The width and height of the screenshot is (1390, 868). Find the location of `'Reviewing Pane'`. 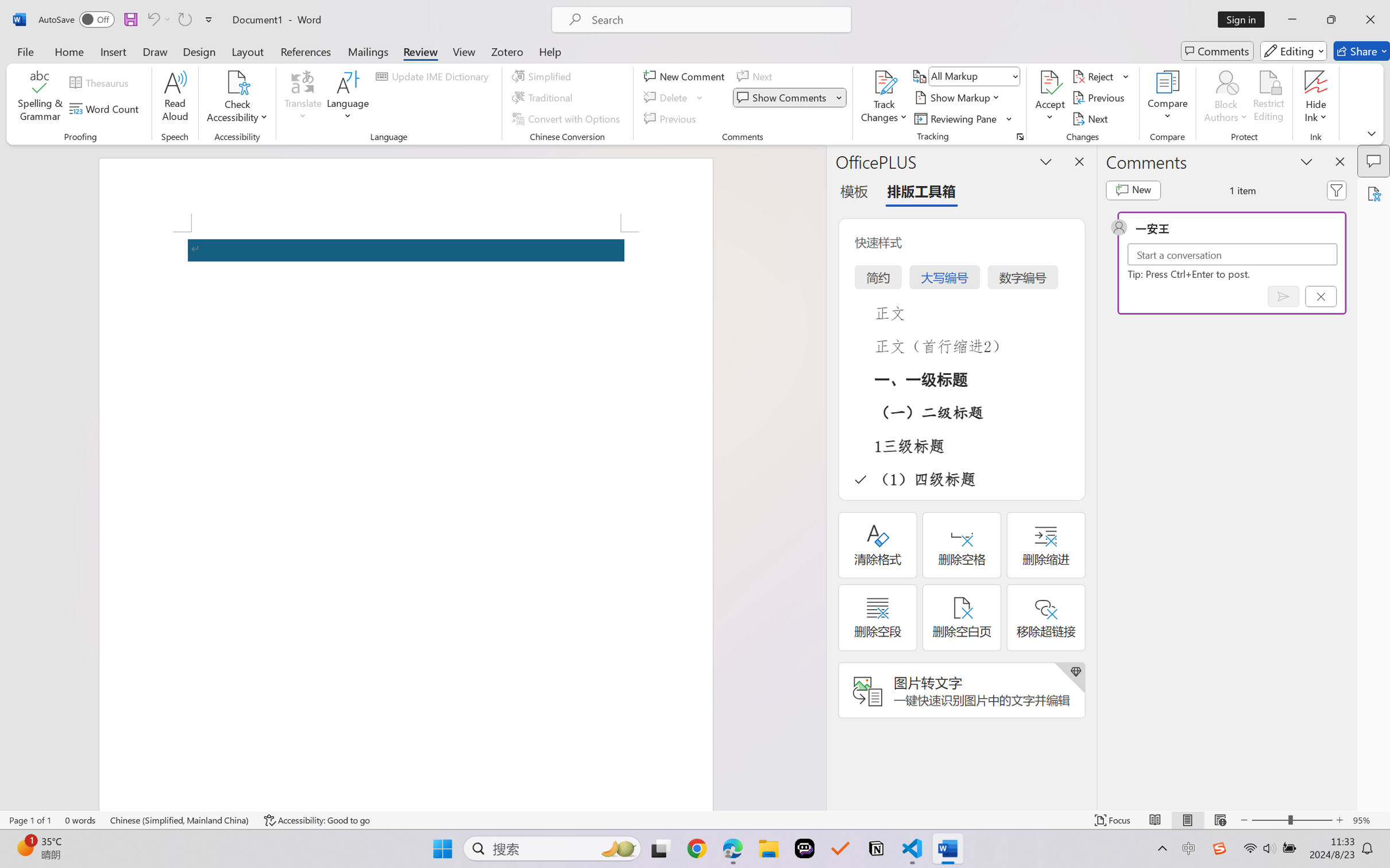

'Reviewing Pane' is located at coordinates (963, 119).